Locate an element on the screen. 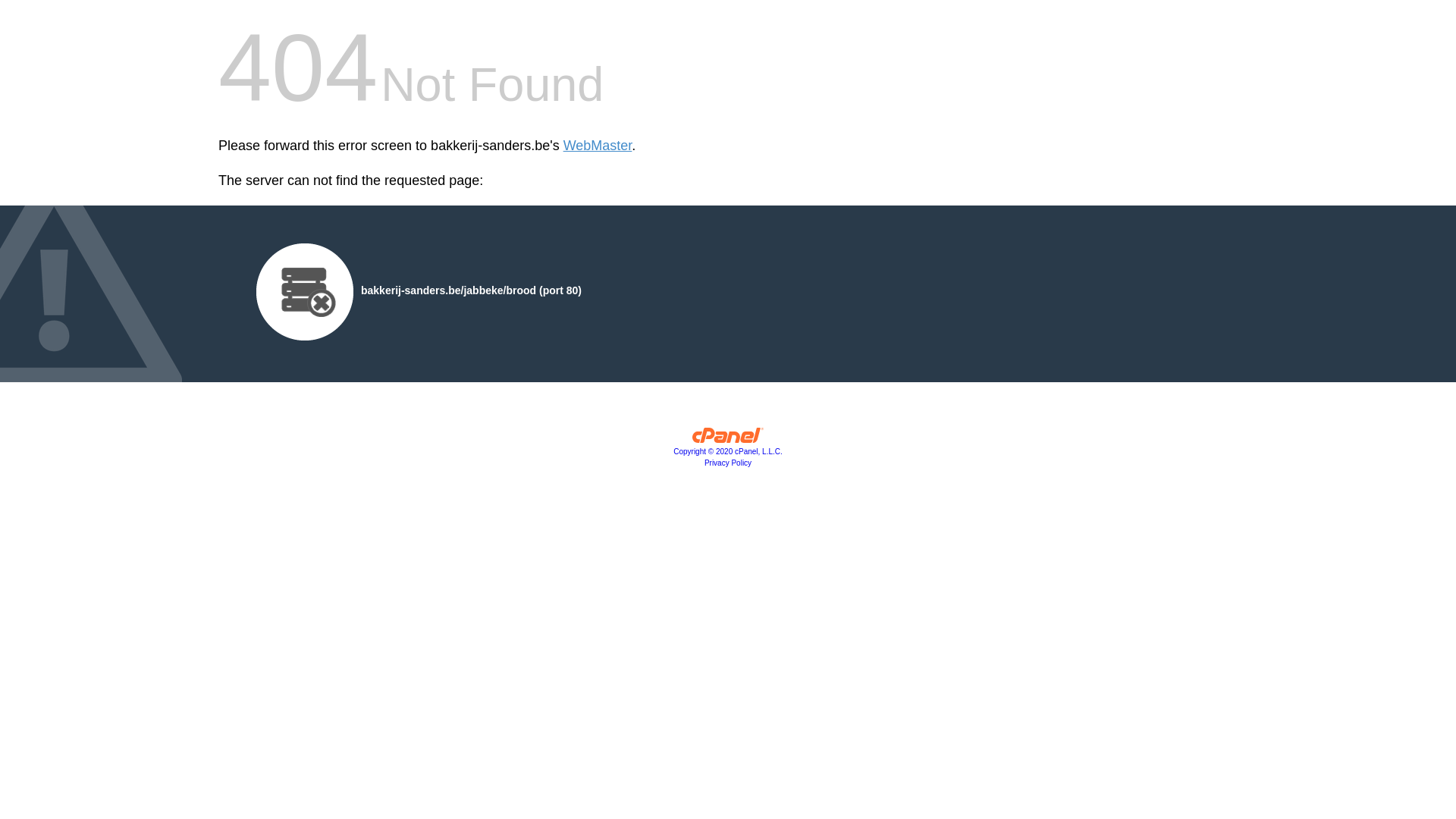  'Privacy Policy' is located at coordinates (728, 462).